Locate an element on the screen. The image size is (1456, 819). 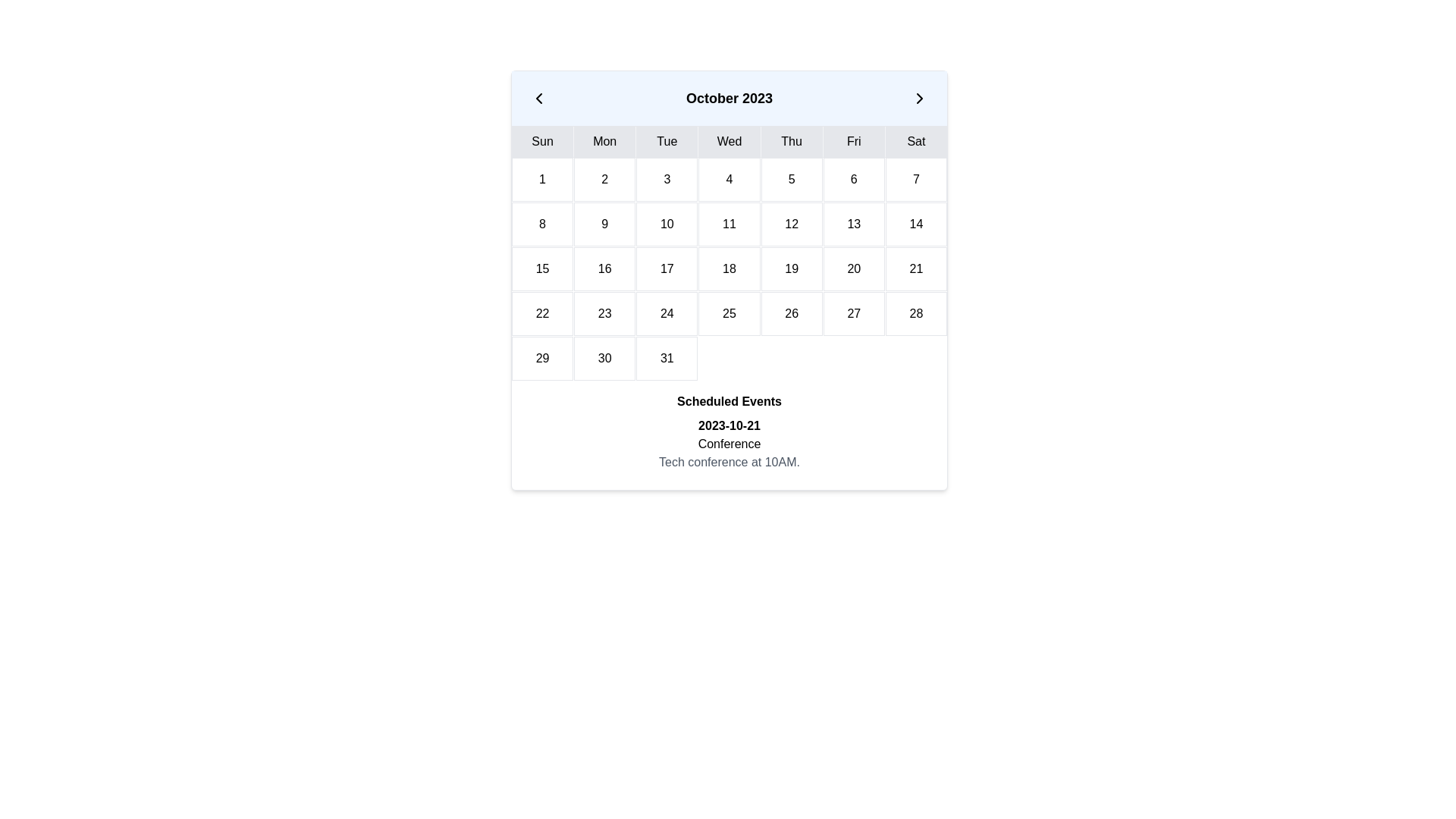
the Text label indicating 'Tuesday' in the calendar widget, which is the third cell in a row of seven representing the days of the week is located at coordinates (667, 141).